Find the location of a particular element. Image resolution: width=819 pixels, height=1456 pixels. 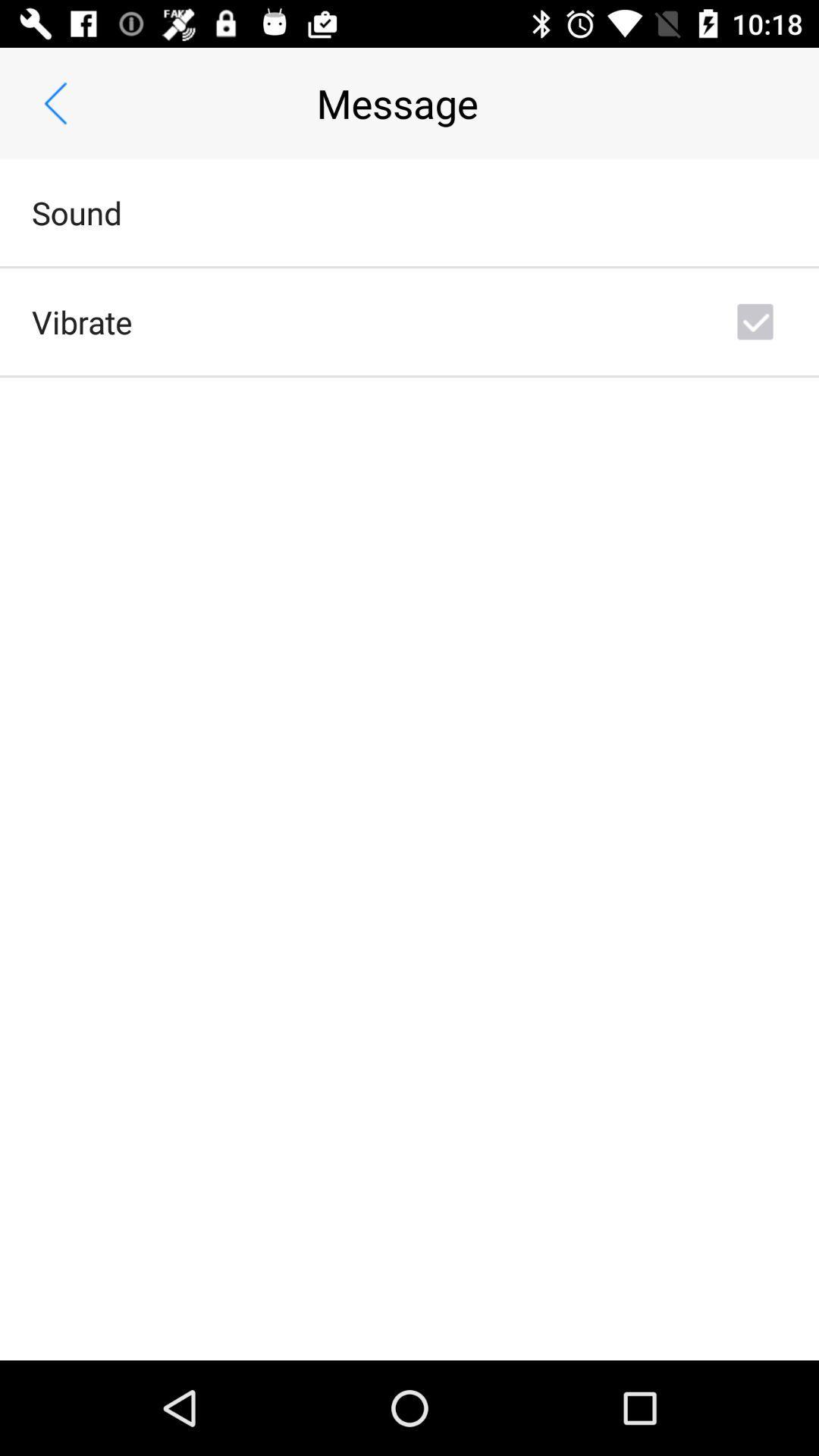

icon to the right of vibrate is located at coordinates (755, 321).